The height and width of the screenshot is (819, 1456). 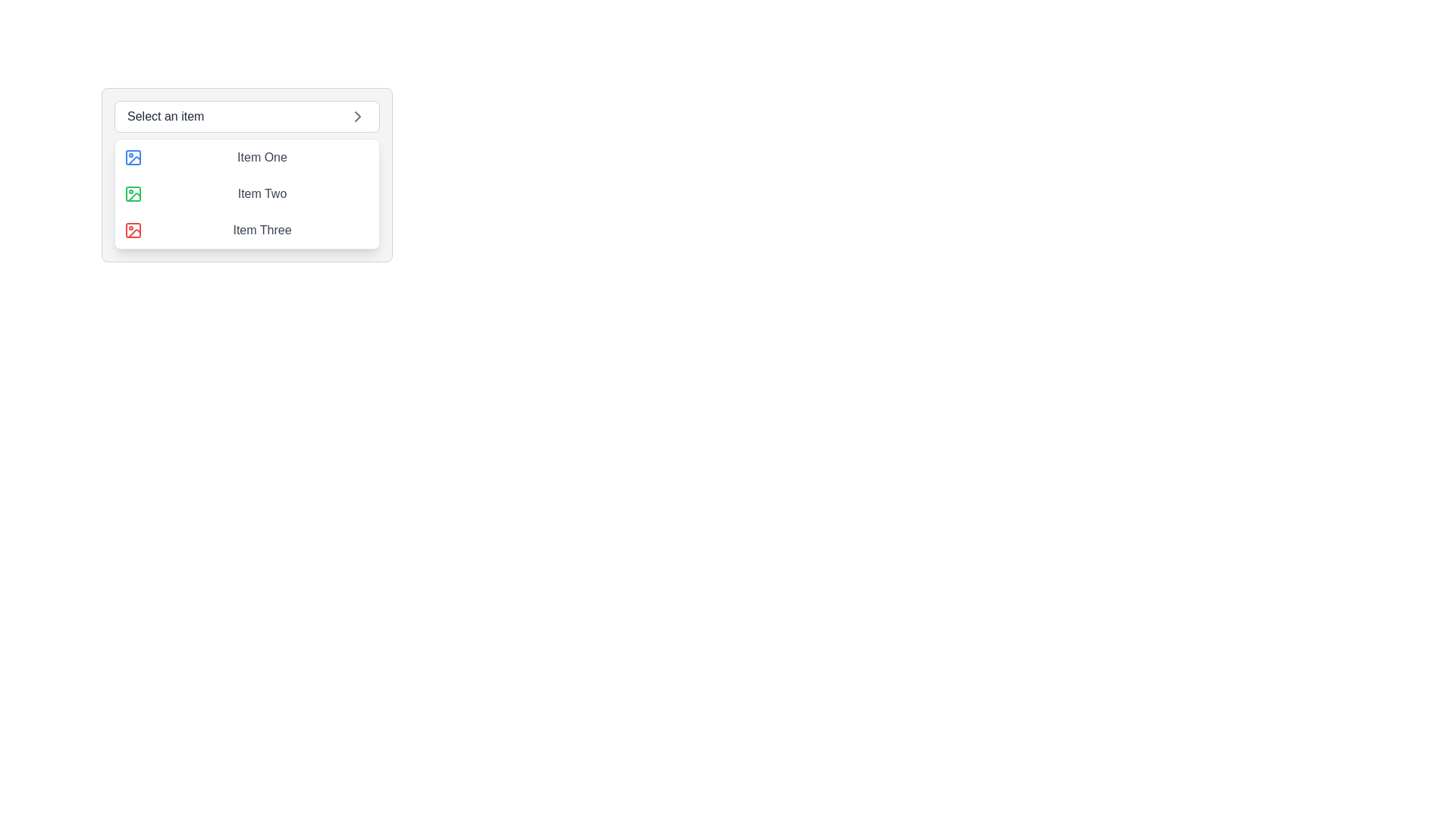 I want to click on the text item labeled 'Item Two', so click(x=247, y=193).